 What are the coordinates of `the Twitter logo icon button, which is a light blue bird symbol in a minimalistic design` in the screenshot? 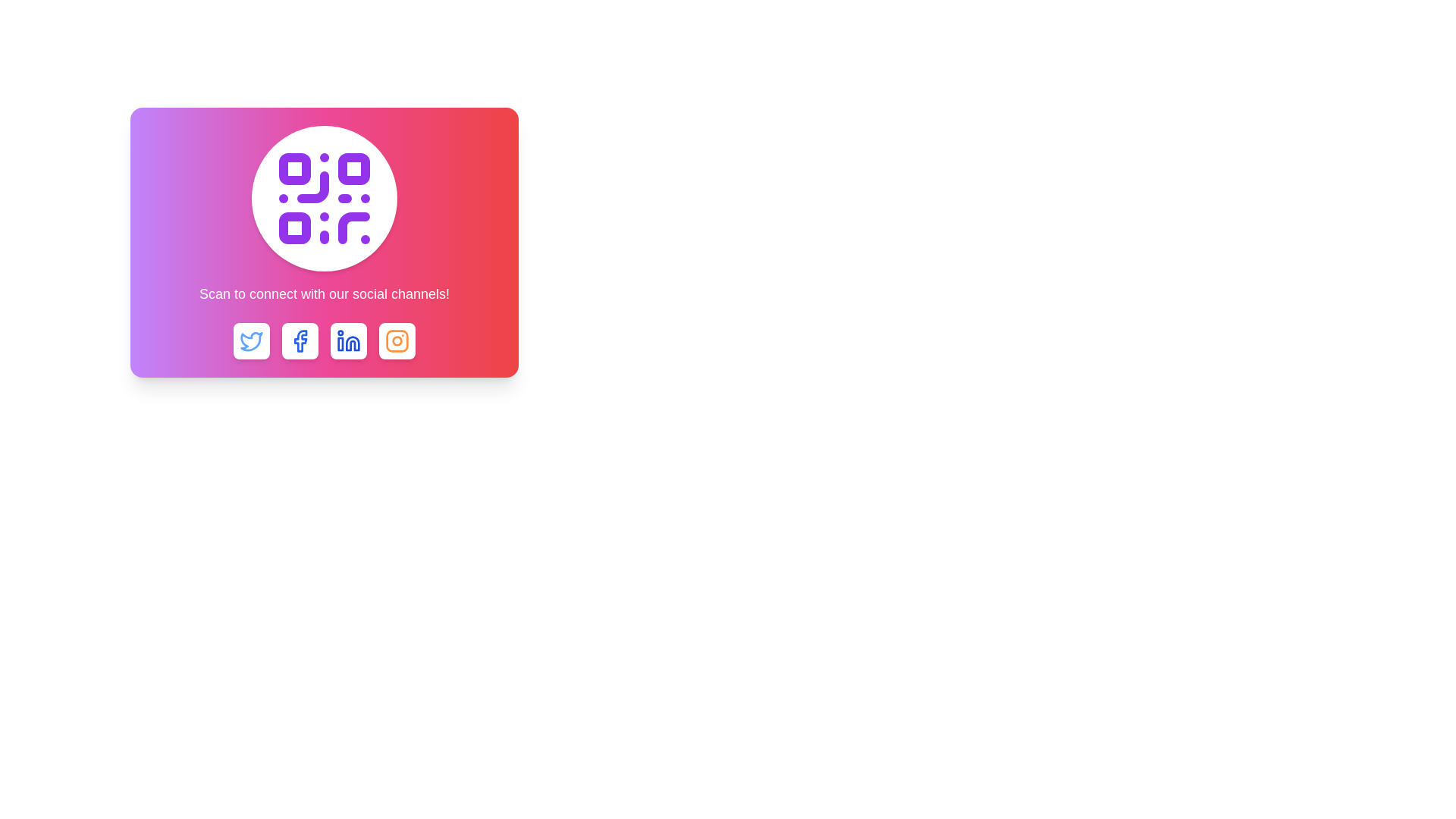 It's located at (251, 341).